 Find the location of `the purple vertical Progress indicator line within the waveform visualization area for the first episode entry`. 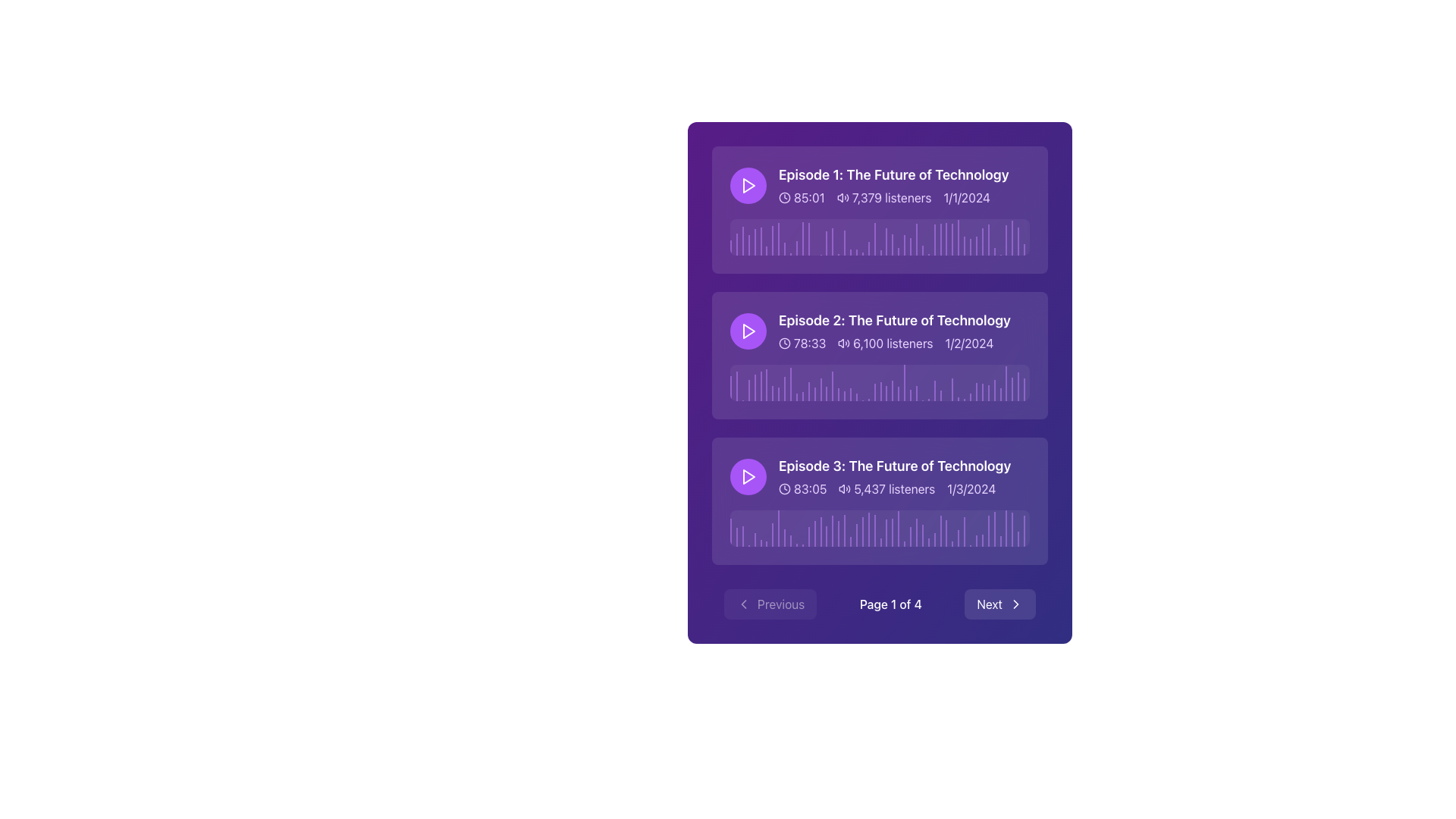

the purple vertical Progress indicator line within the waveform visualization area for the first episode entry is located at coordinates (844, 242).